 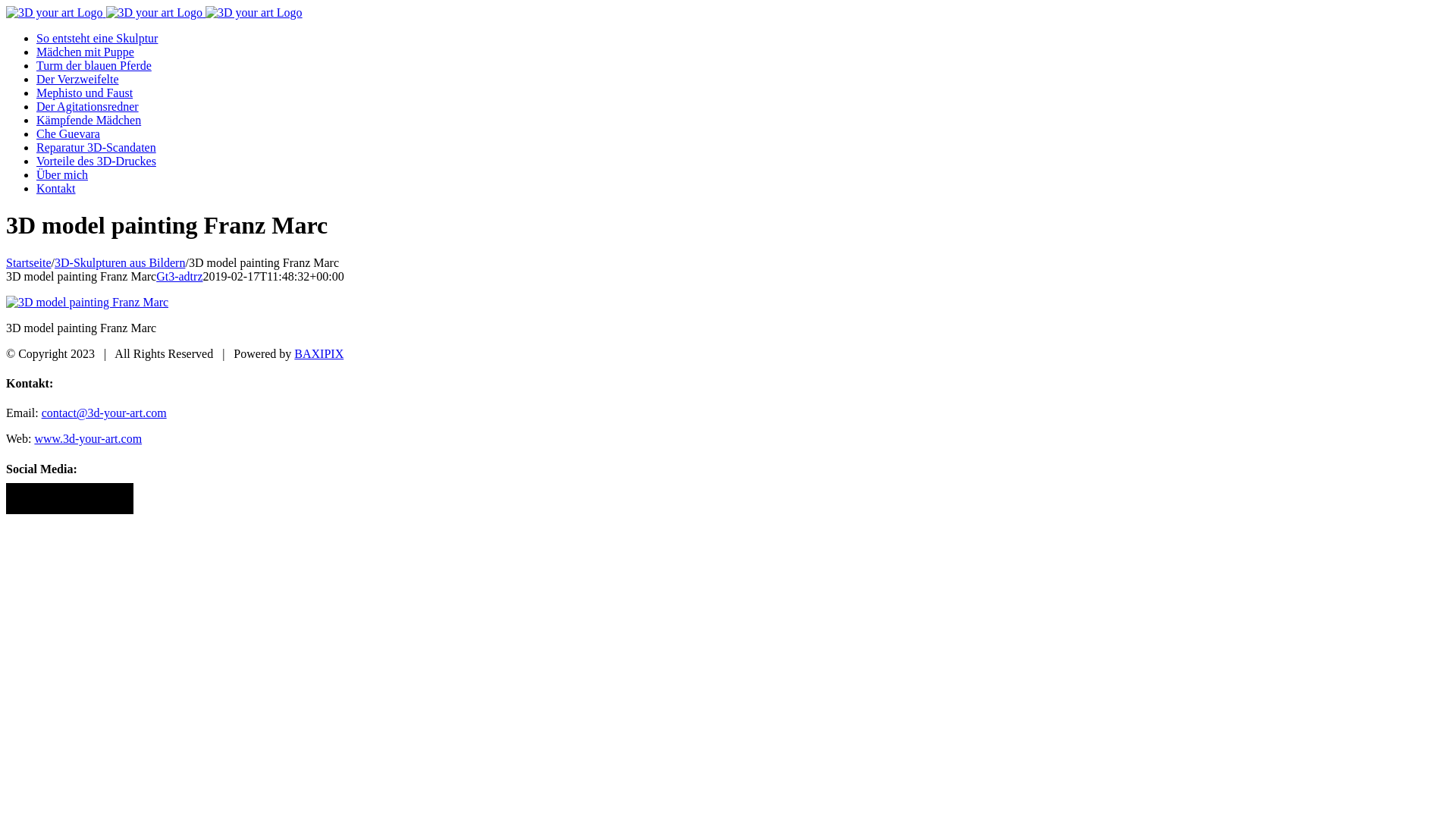 I want to click on 'Gt3-adtrz', so click(x=156, y=276).